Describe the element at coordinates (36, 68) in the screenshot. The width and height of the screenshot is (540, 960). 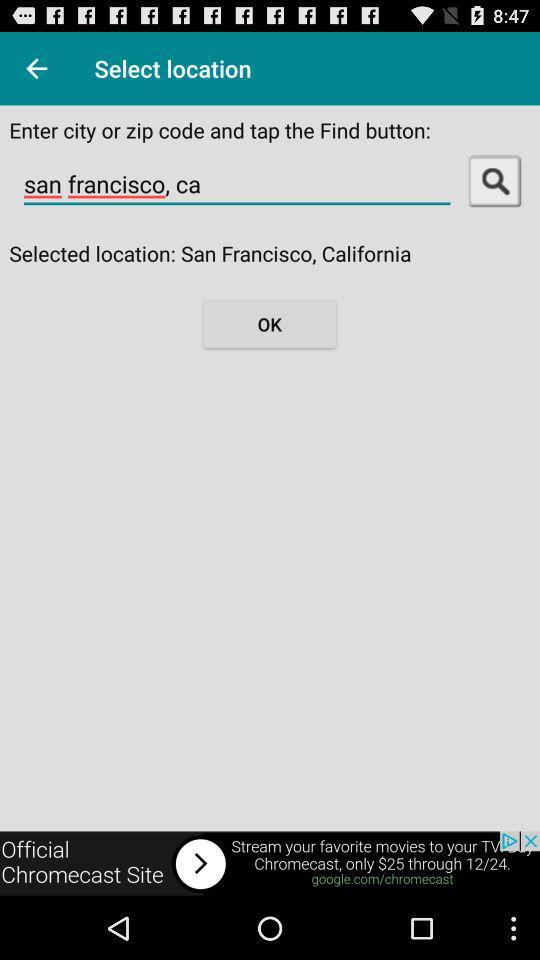
I see `rite pega` at that location.